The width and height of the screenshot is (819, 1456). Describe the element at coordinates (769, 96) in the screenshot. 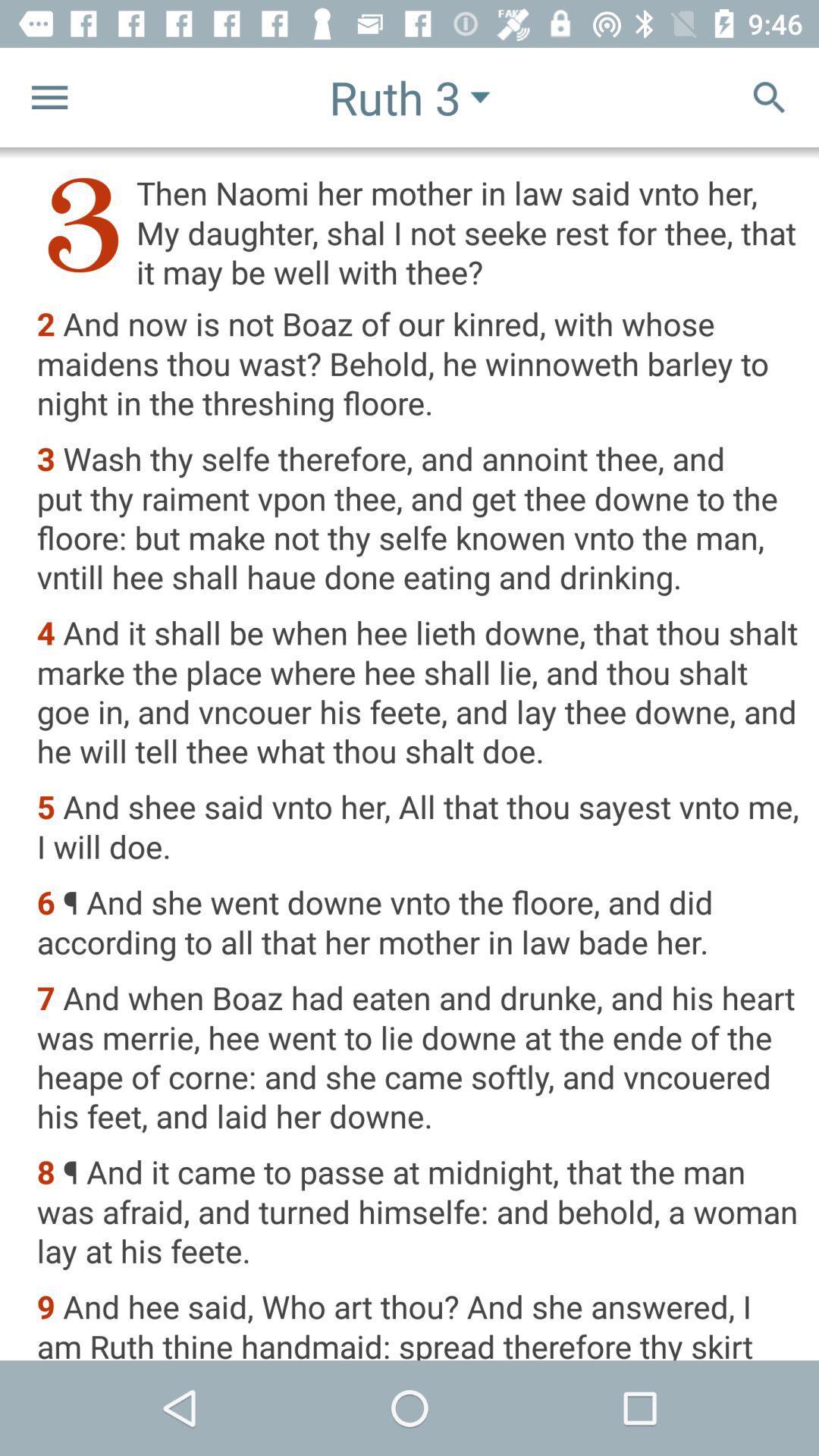

I see `the search icon` at that location.